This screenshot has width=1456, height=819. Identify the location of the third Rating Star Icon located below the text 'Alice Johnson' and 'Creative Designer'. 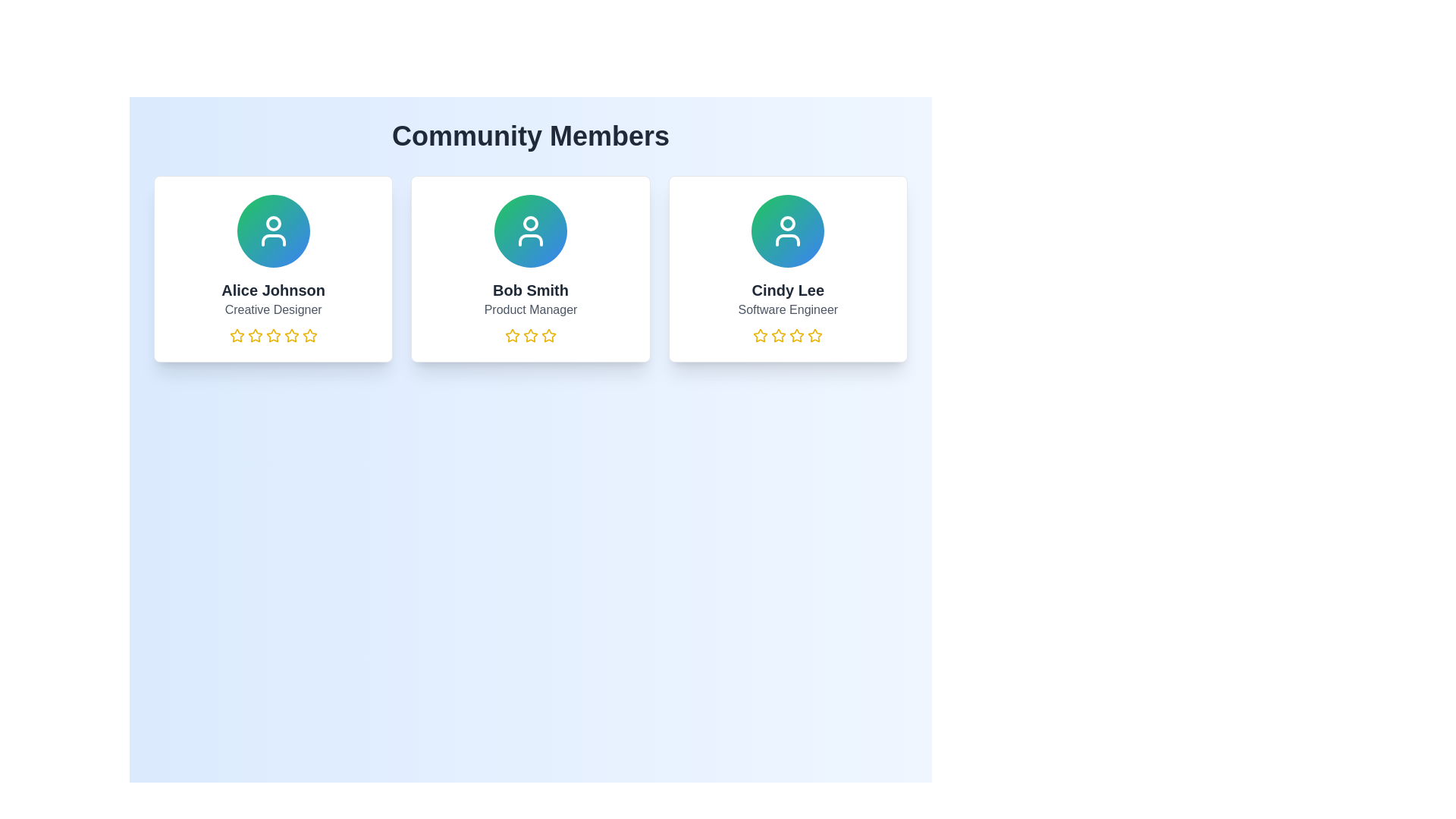
(255, 335).